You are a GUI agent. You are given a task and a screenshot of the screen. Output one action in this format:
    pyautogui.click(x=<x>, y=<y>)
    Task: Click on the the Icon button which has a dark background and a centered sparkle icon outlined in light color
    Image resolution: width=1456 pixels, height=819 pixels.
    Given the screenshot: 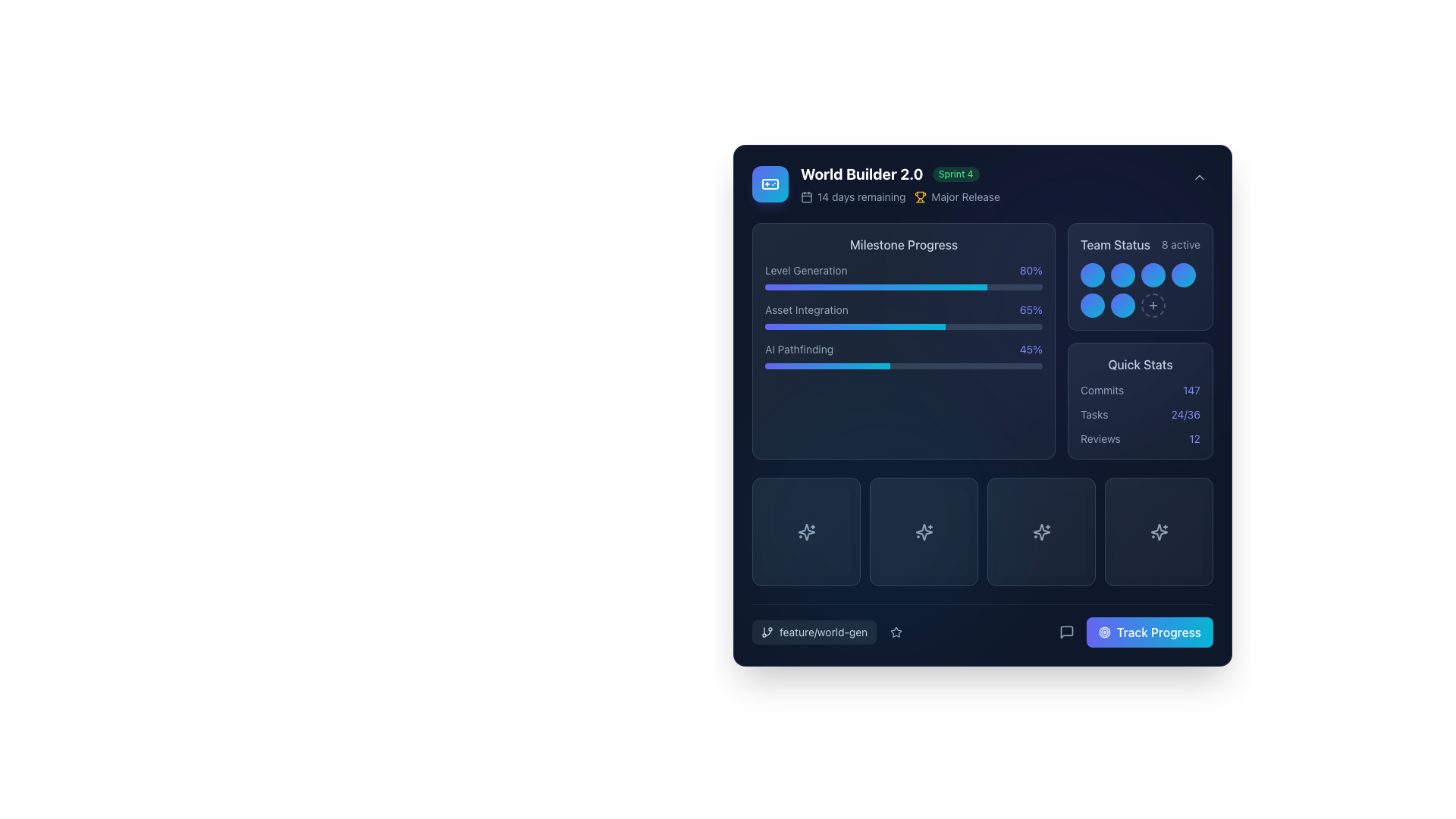 What is the action you would take?
    pyautogui.click(x=1158, y=531)
    